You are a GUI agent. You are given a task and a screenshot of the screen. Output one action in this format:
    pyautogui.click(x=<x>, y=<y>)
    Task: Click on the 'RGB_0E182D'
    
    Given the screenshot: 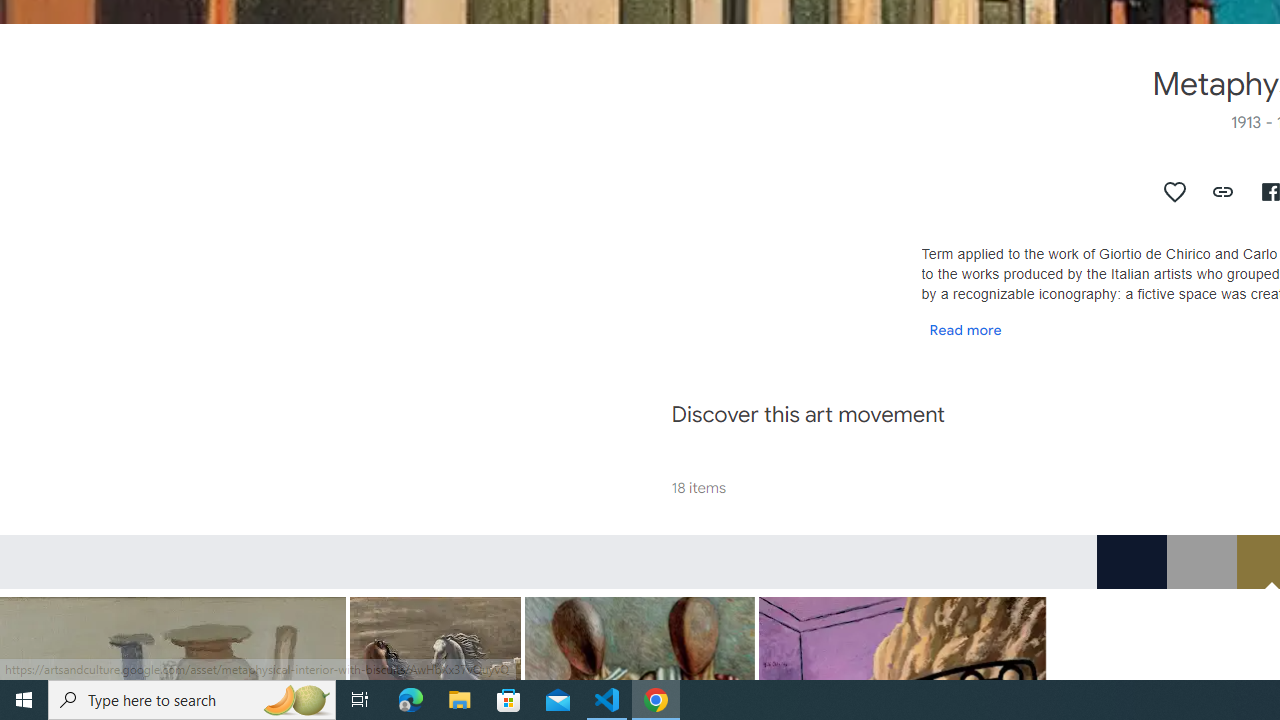 What is the action you would take?
    pyautogui.click(x=1131, y=561)
    